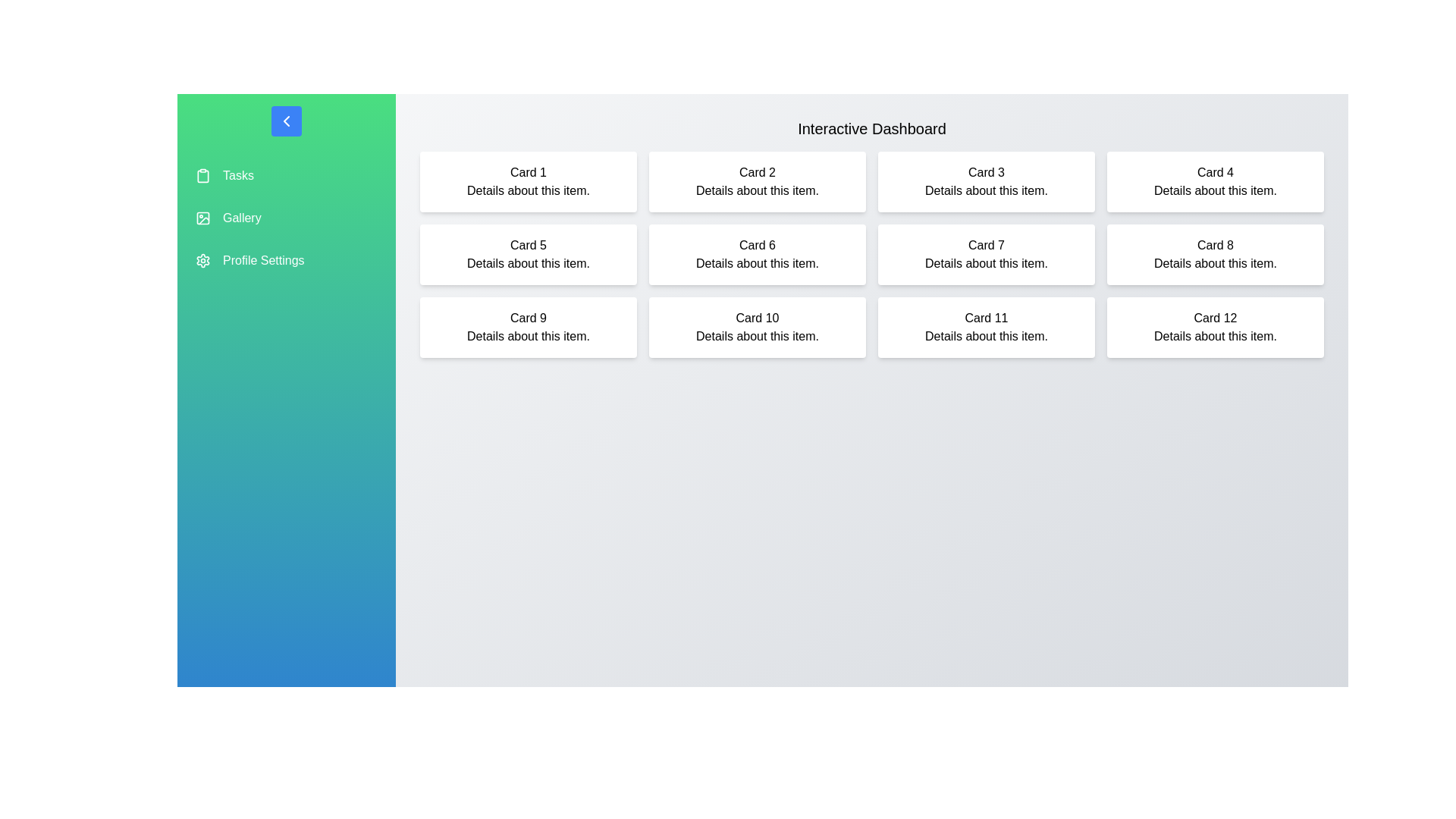 Image resolution: width=1456 pixels, height=819 pixels. What do you see at coordinates (240, 218) in the screenshot?
I see `the 'Gallery' button in the drawer to navigate to the Gallery section` at bounding box center [240, 218].